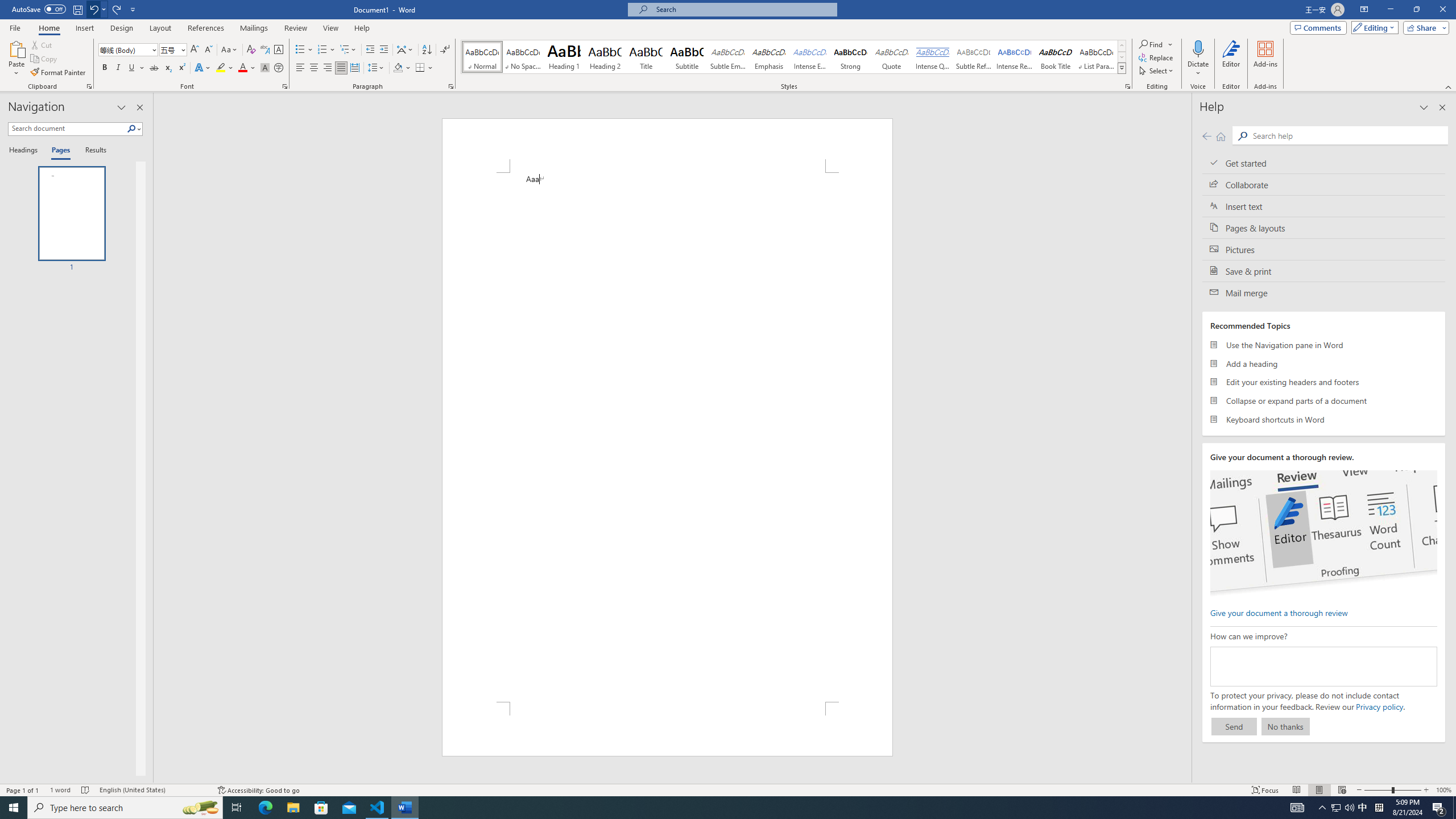 The height and width of the screenshot is (819, 1456). I want to click on 'Font Color', so click(246, 67).